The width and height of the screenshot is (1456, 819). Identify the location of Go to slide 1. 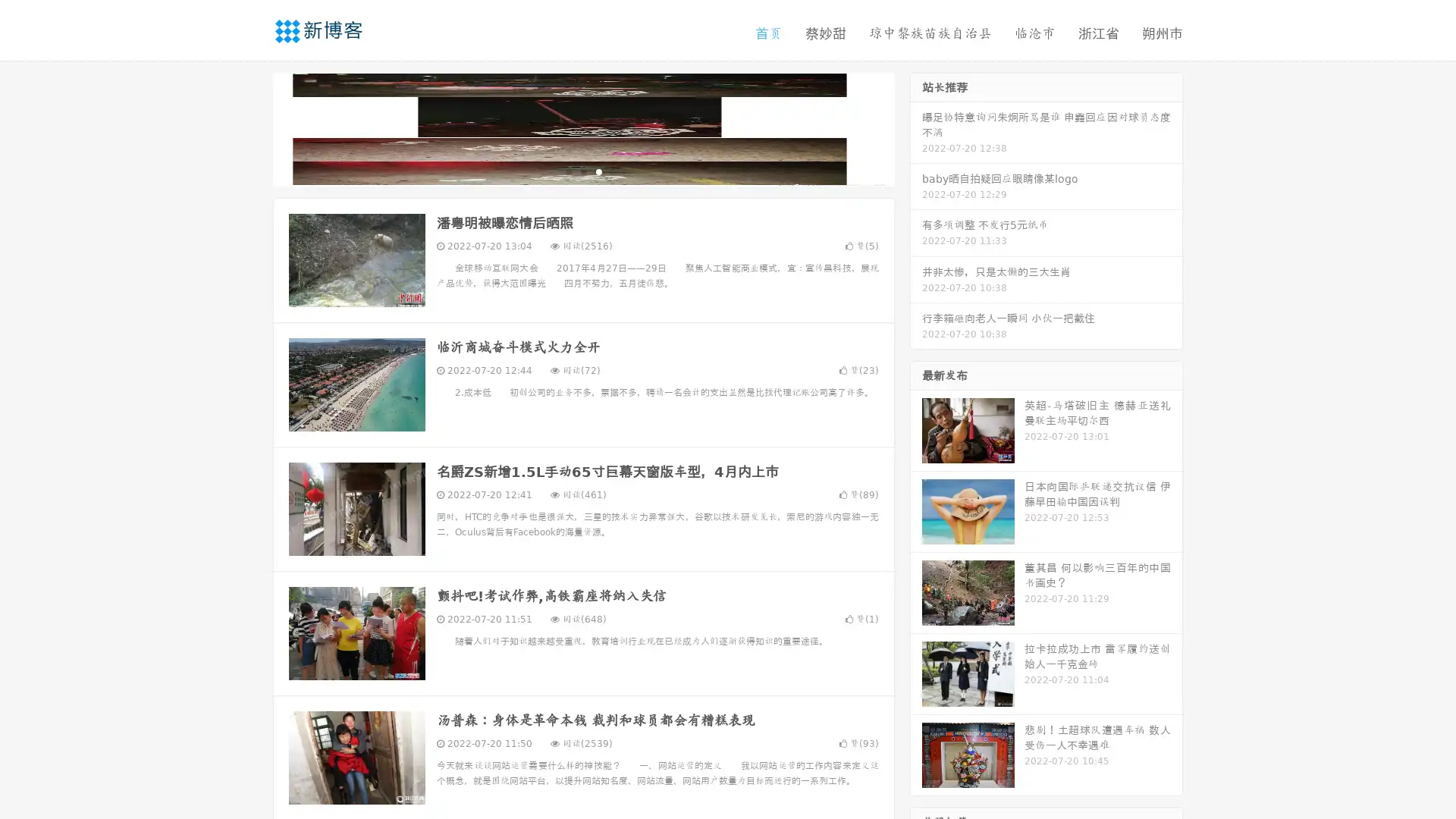
(567, 171).